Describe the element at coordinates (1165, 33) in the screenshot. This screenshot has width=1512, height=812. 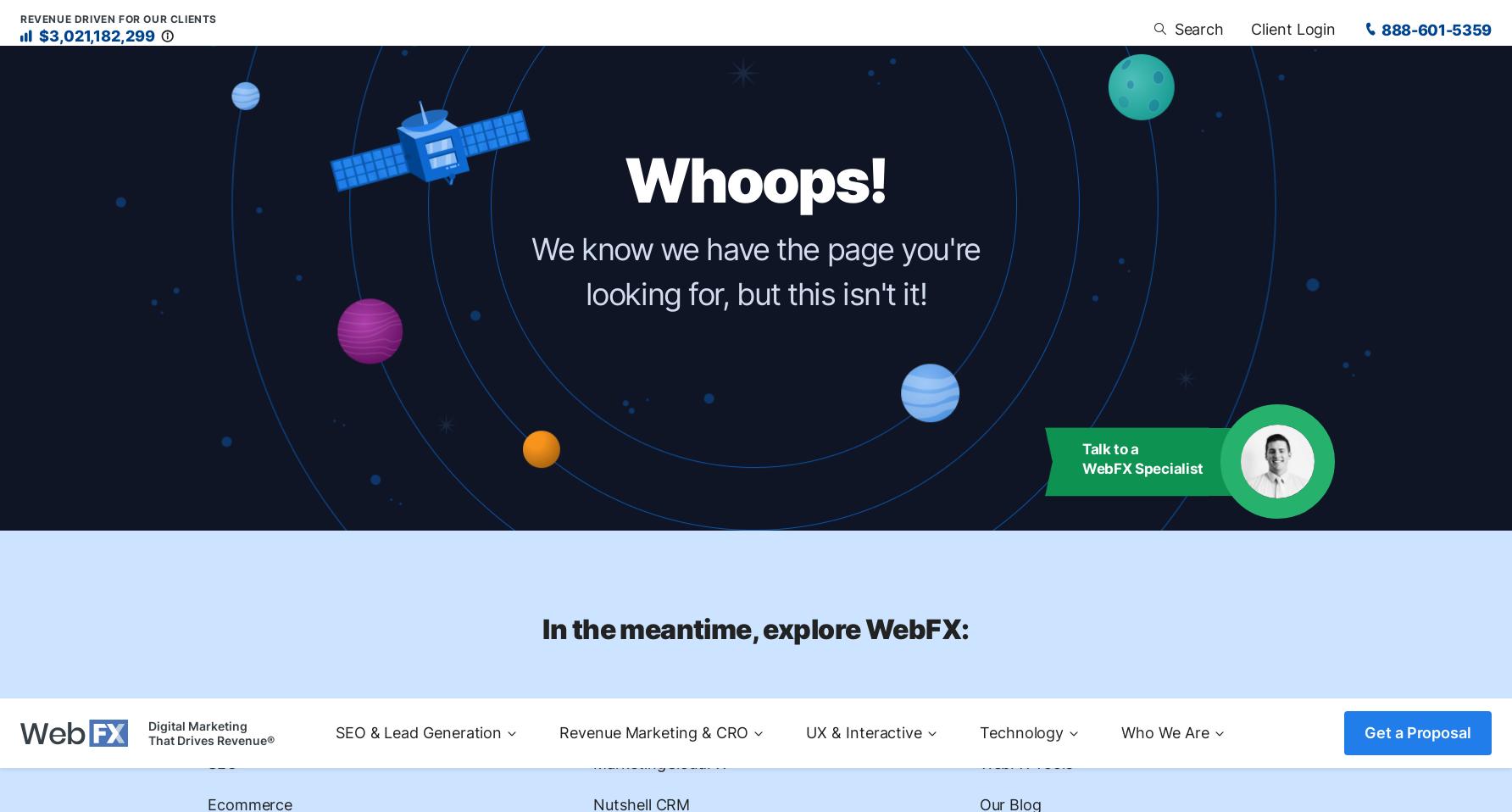
I see `'Who We Are'` at that location.